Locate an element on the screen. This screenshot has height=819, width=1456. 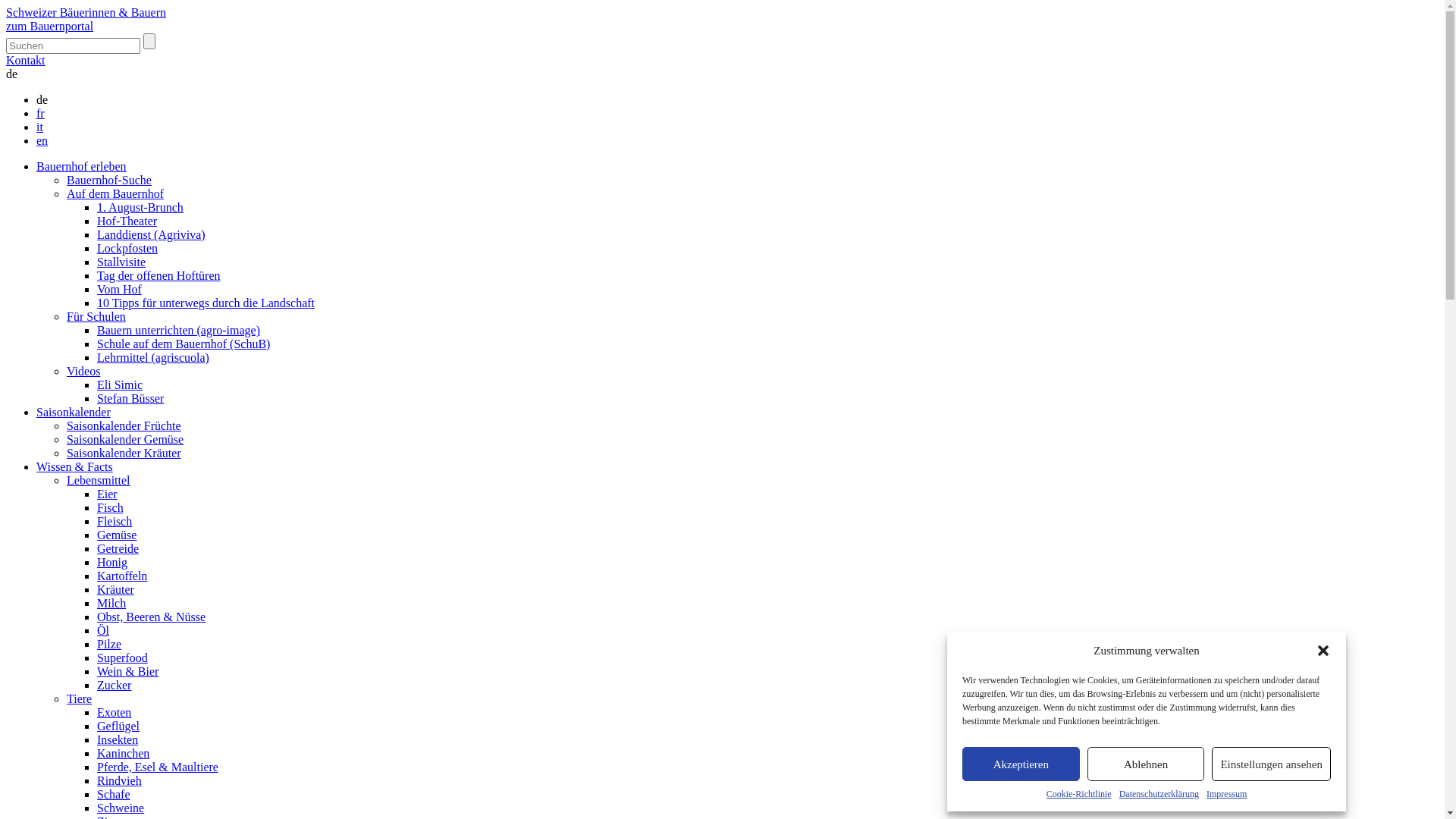
'Exoten' is located at coordinates (113, 712).